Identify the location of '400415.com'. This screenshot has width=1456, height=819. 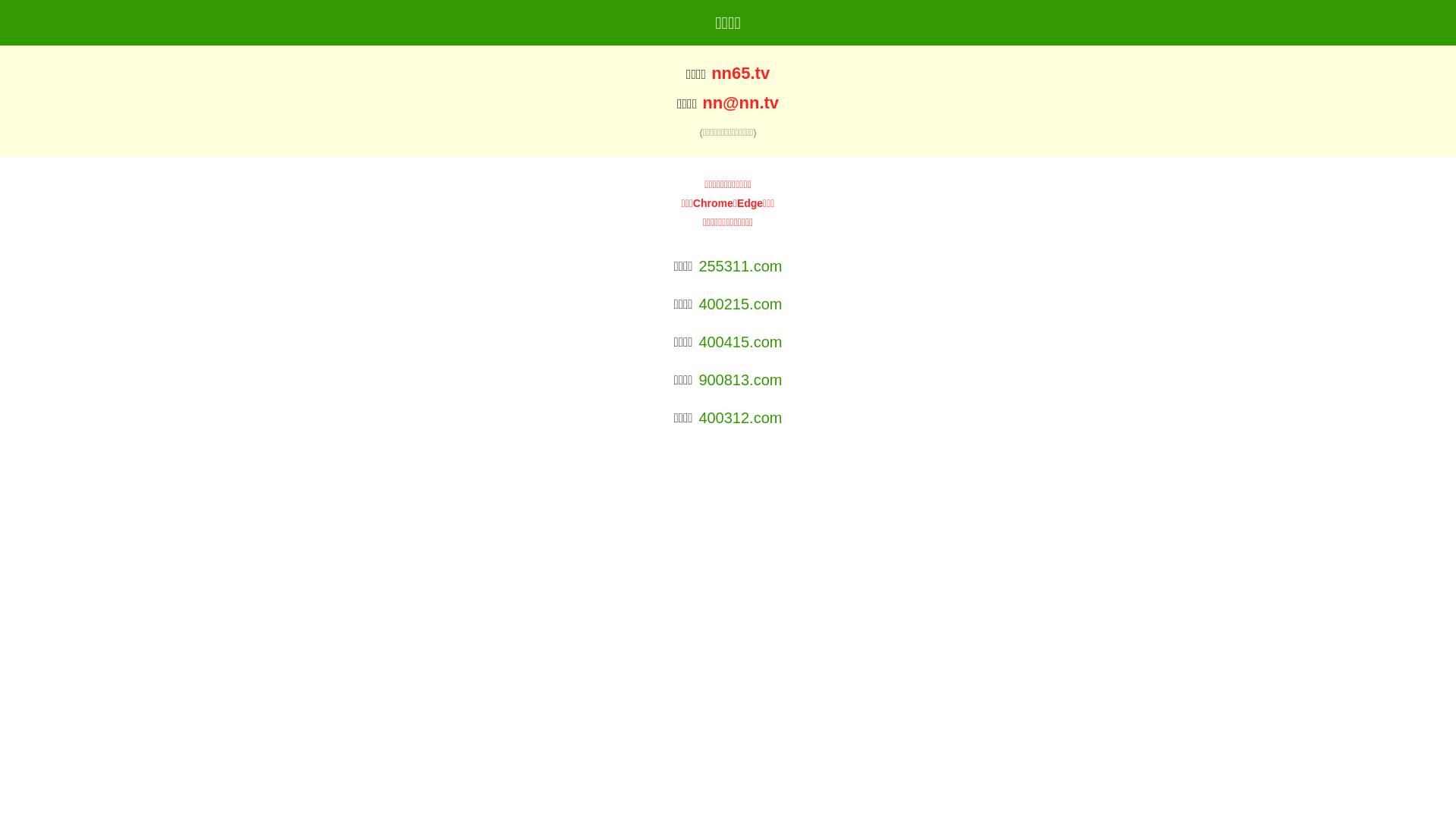
(739, 342).